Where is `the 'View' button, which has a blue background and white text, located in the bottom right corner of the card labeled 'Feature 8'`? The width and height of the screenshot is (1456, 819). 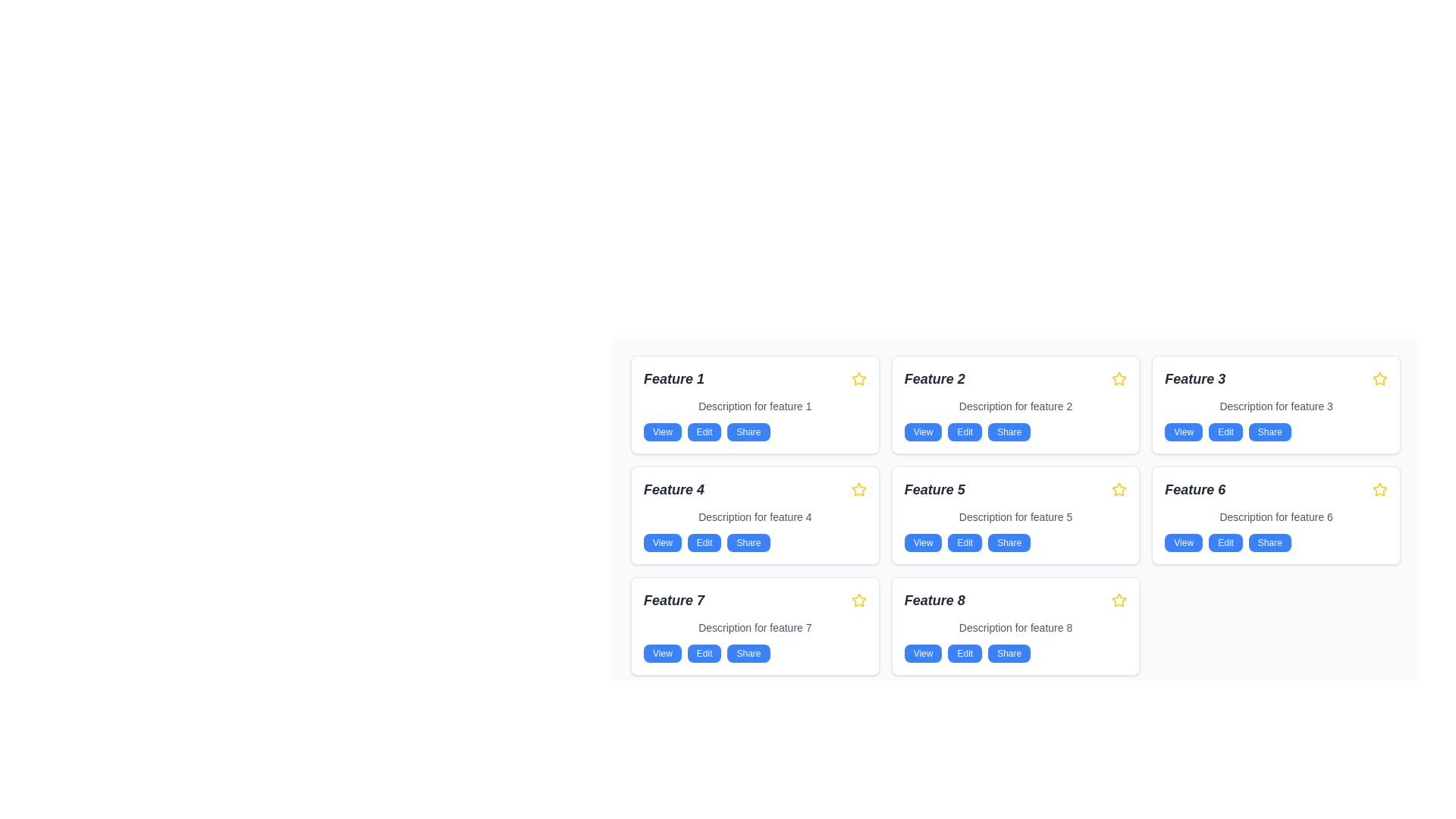 the 'View' button, which has a blue background and white text, located in the bottom right corner of the card labeled 'Feature 8' is located at coordinates (922, 652).